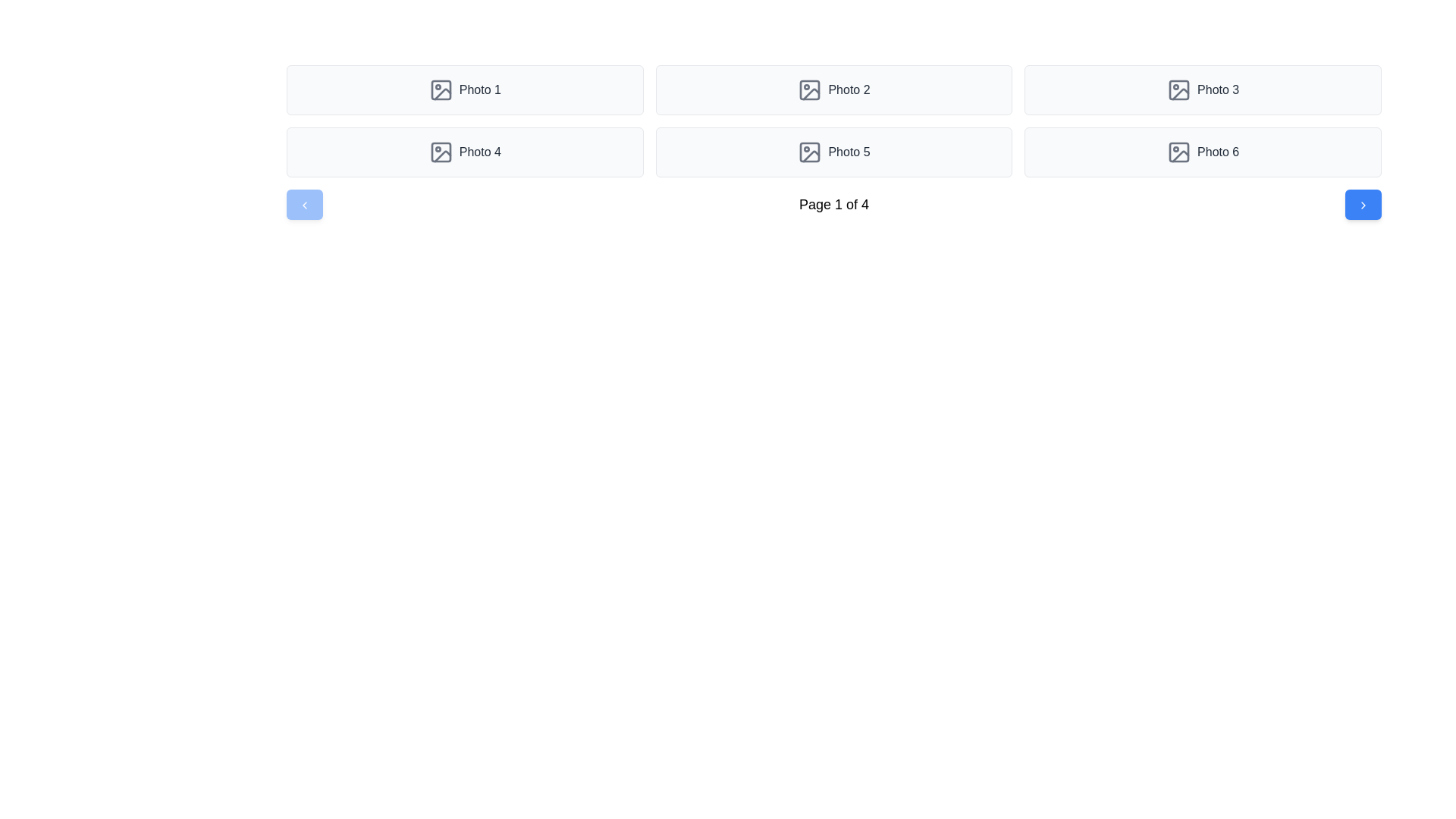 This screenshot has height=819, width=1456. I want to click on the decorative graphic element, a rounded square within the icon representing photo 2 in the photo grid, located in the top row, second column, so click(809, 90).